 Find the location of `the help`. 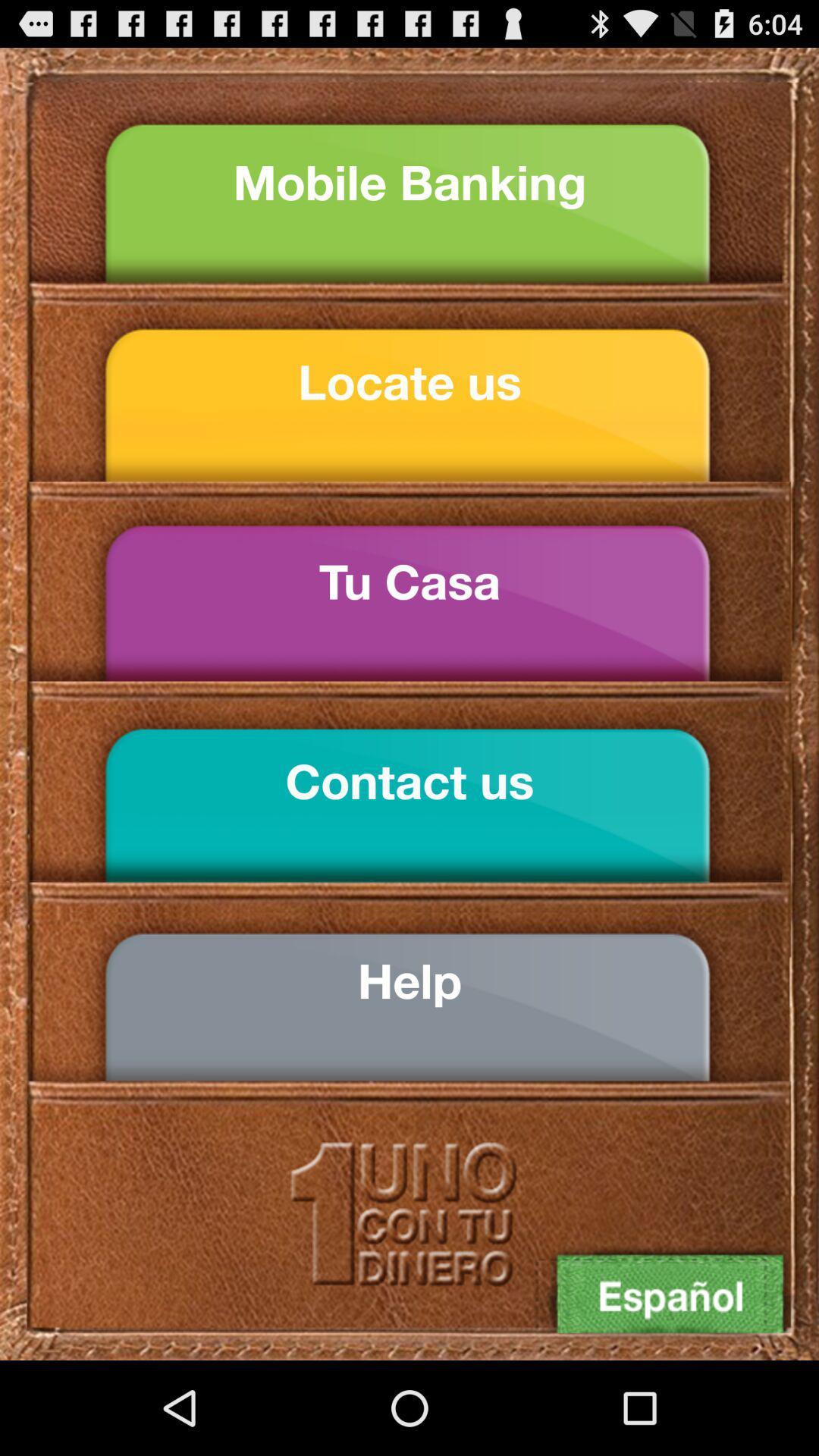

the help is located at coordinates (409, 981).